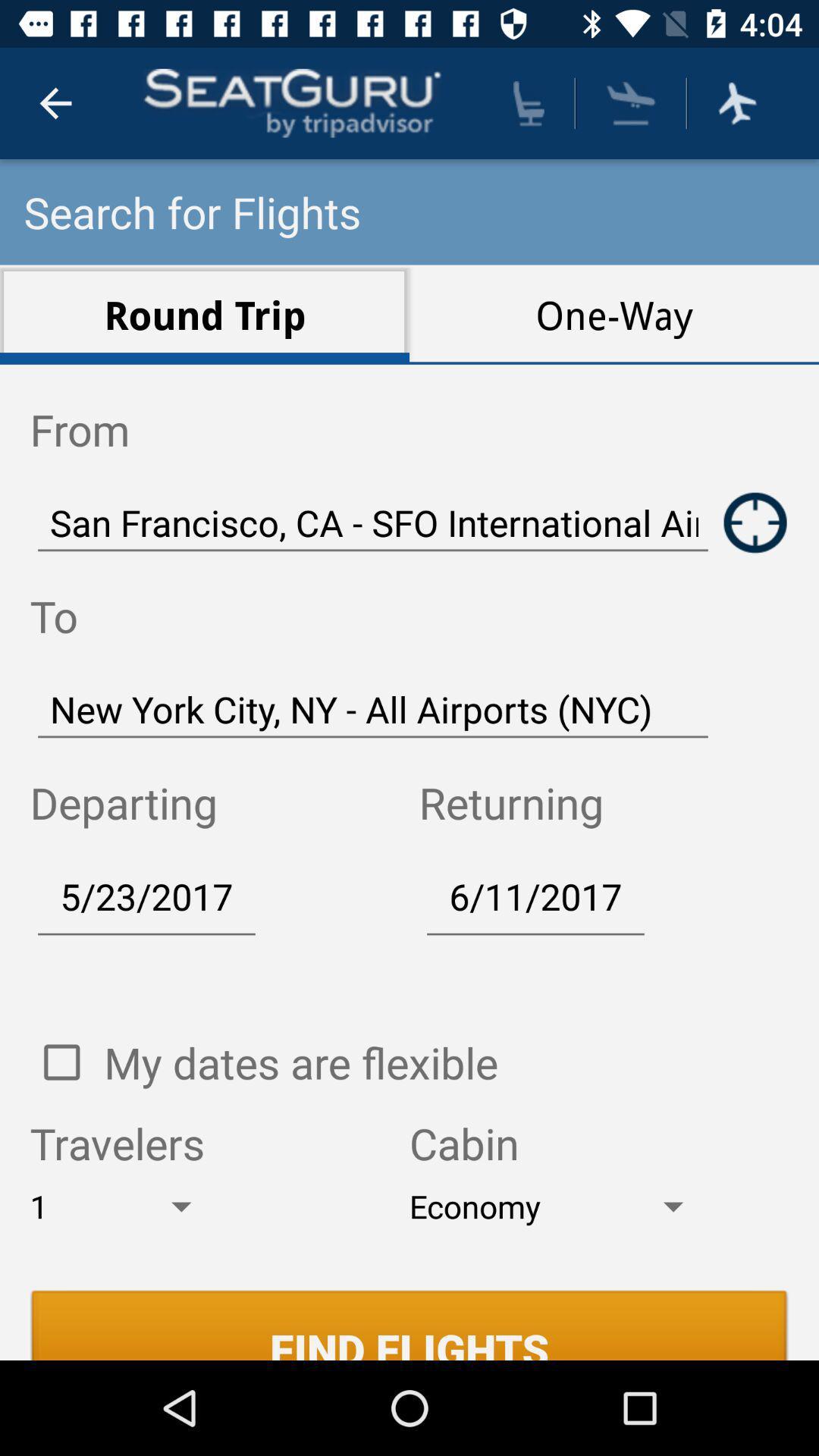  What do you see at coordinates (61, 1062) in the screenshot?
I see `my dates are flexible checkbox` at bounding box center [61, 1062].